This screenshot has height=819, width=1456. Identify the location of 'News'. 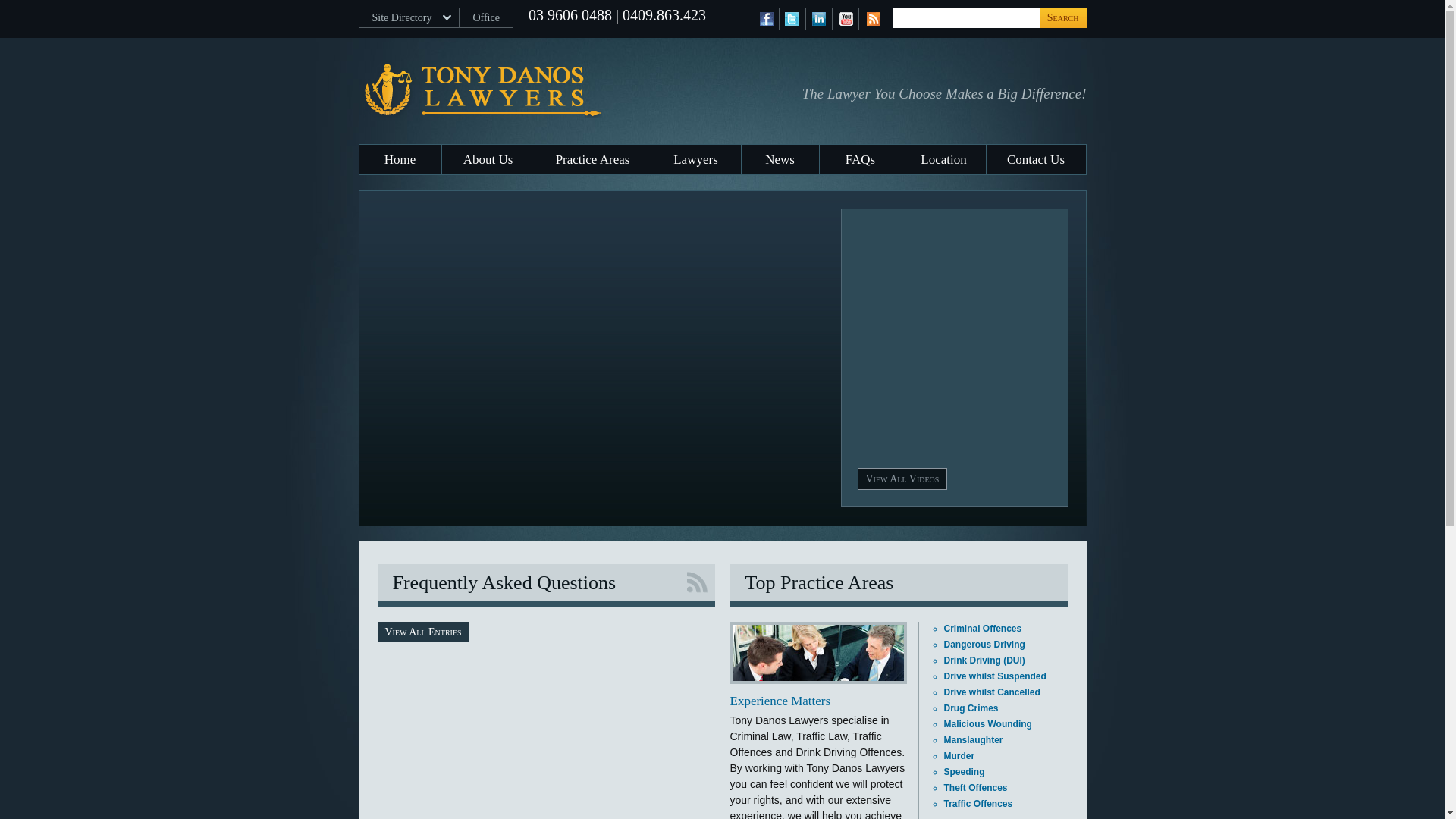
(780, 159).